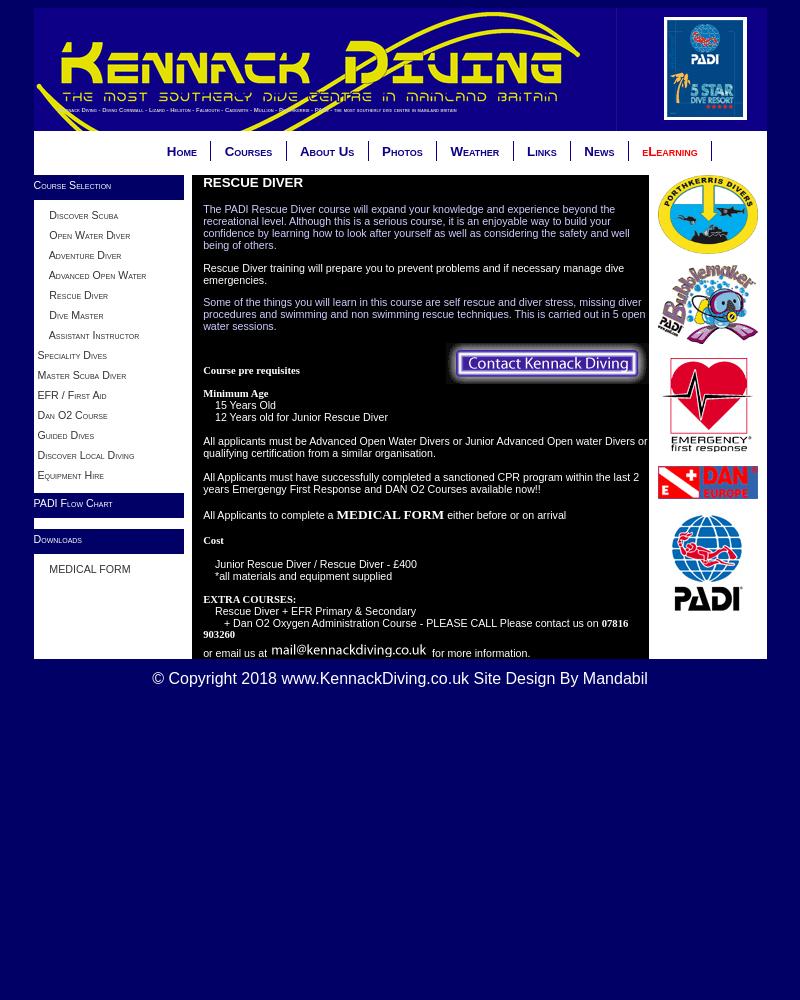 The image size is (800, 1000). What do you see at coordinates (35, 394) in the screenshot?
I see `'EFR / First Aid'` at bounding box center [35, 394].